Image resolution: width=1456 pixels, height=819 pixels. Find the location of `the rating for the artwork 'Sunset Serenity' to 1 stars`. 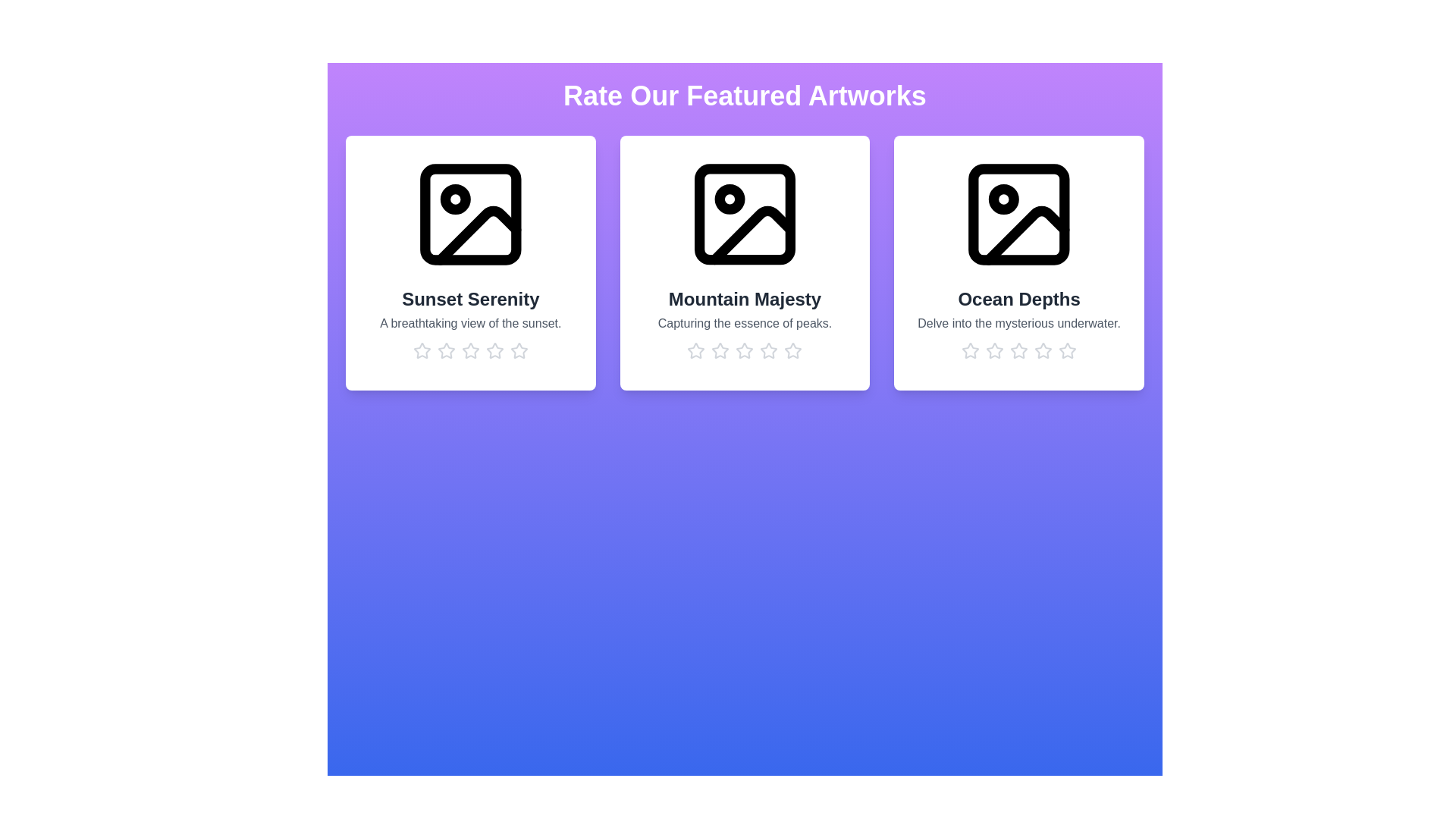

the rating for the artwork 'Sunset Serenity' to 1 stars is located at coordinates (422, 350).